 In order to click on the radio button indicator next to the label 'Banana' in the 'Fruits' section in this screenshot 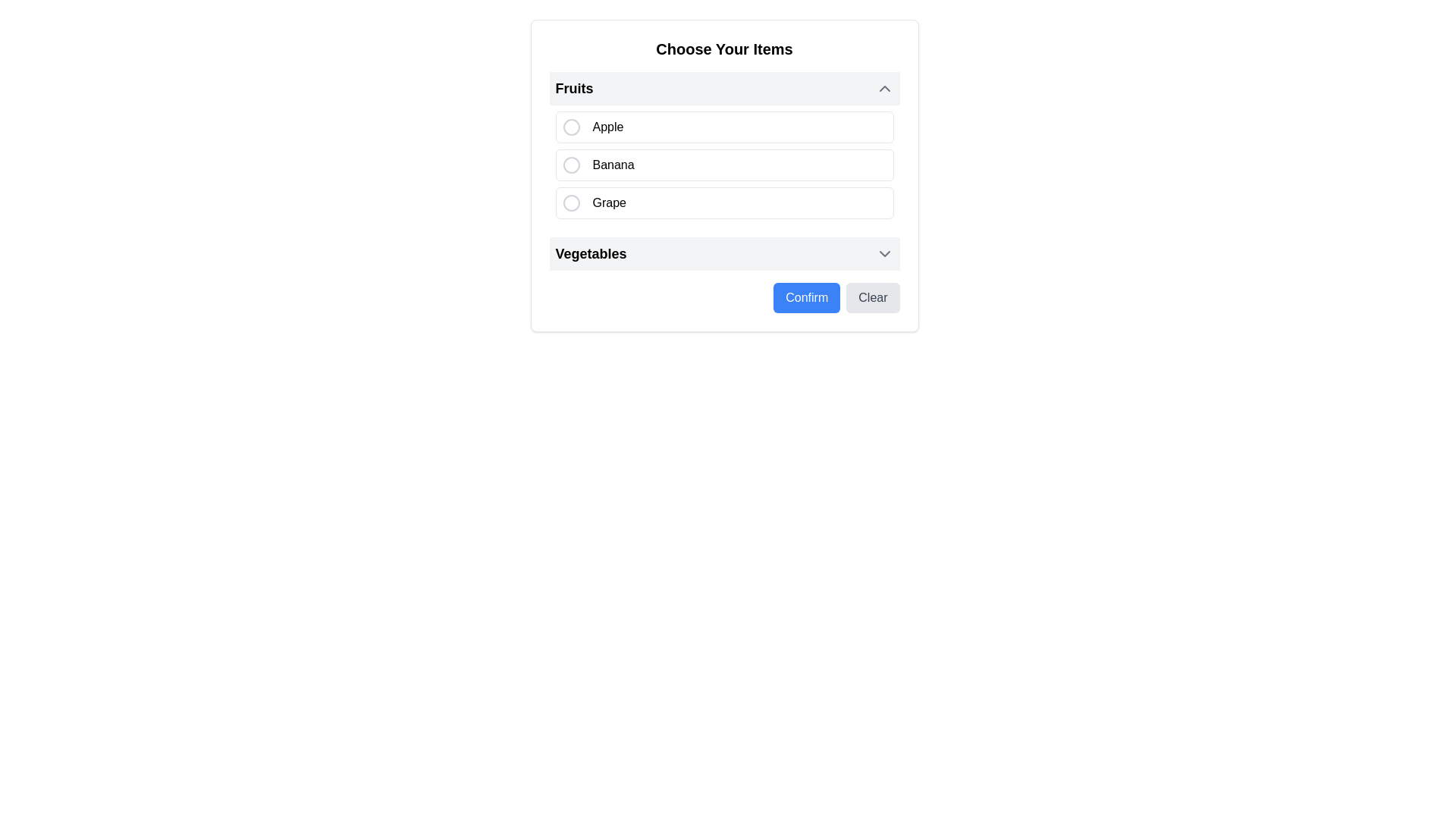, I will do `click(570, 165)`.